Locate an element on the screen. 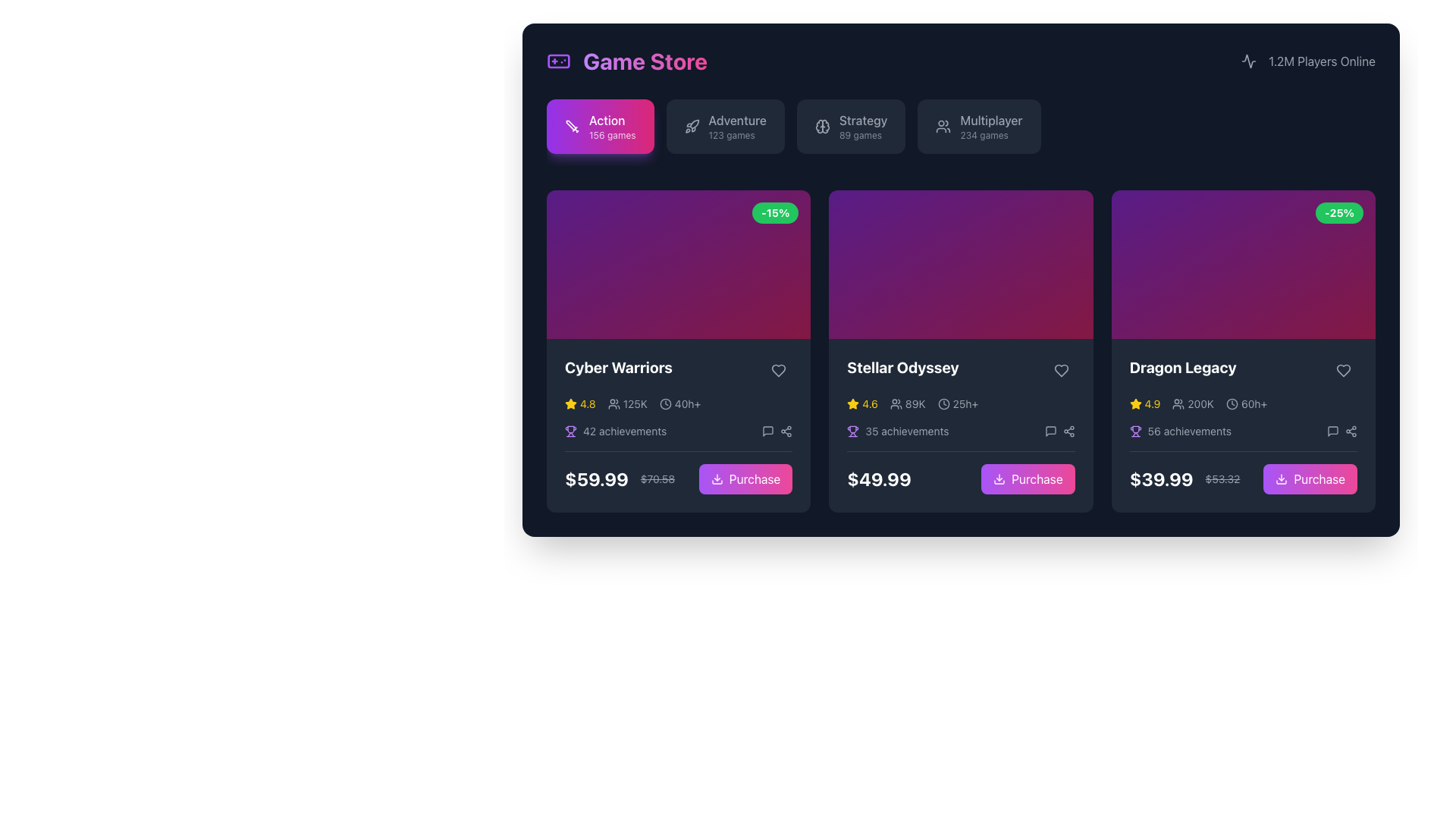 This screenshot has height=819, width=1456. the Decorative component of the game controller icon located in the upper left corner of the interface, which is positioned to the left of the 'Game Store' header text is located at coordinates (558, 61).